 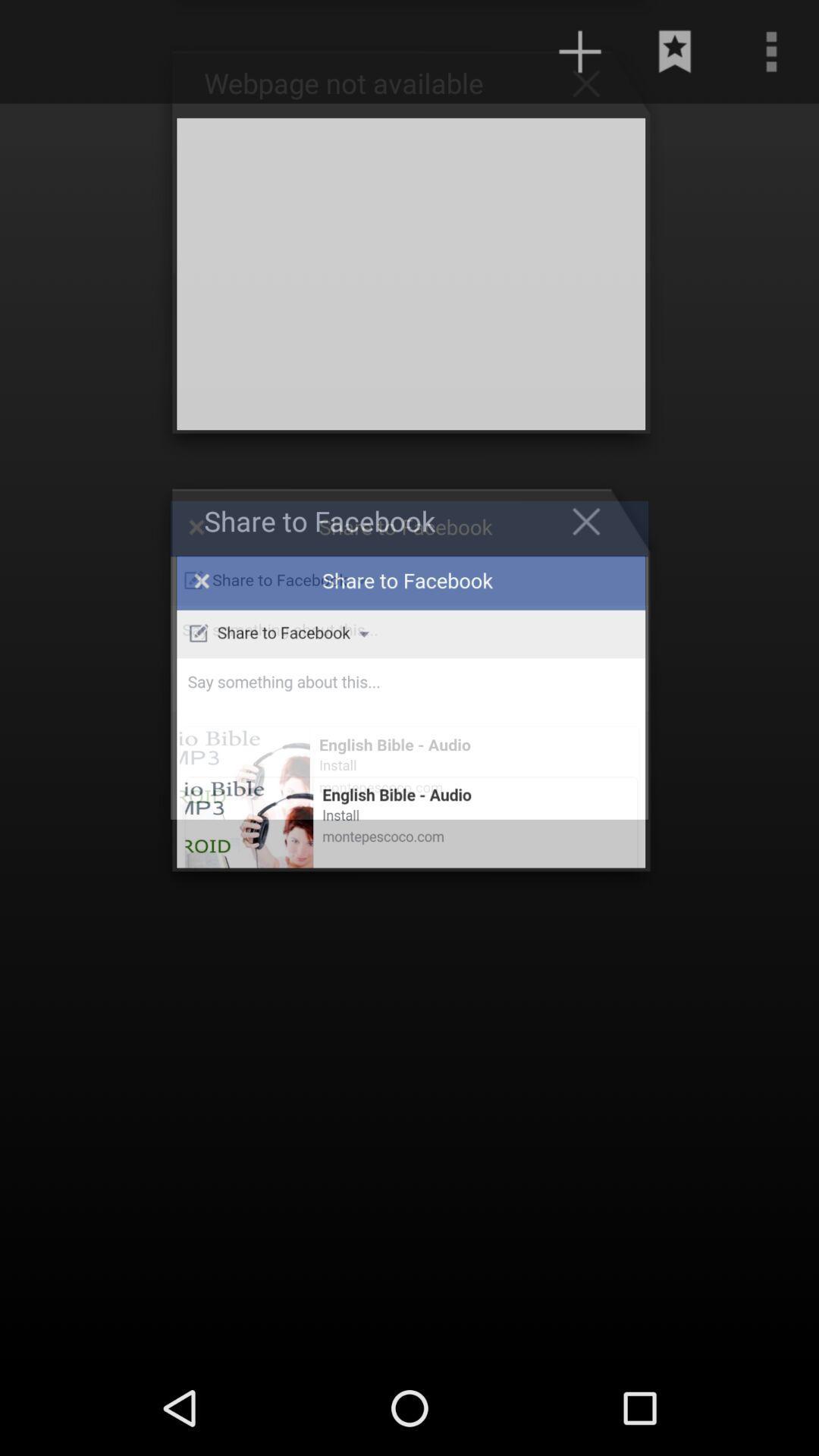 I want to click on the add icon, so click(x=579, y=55).